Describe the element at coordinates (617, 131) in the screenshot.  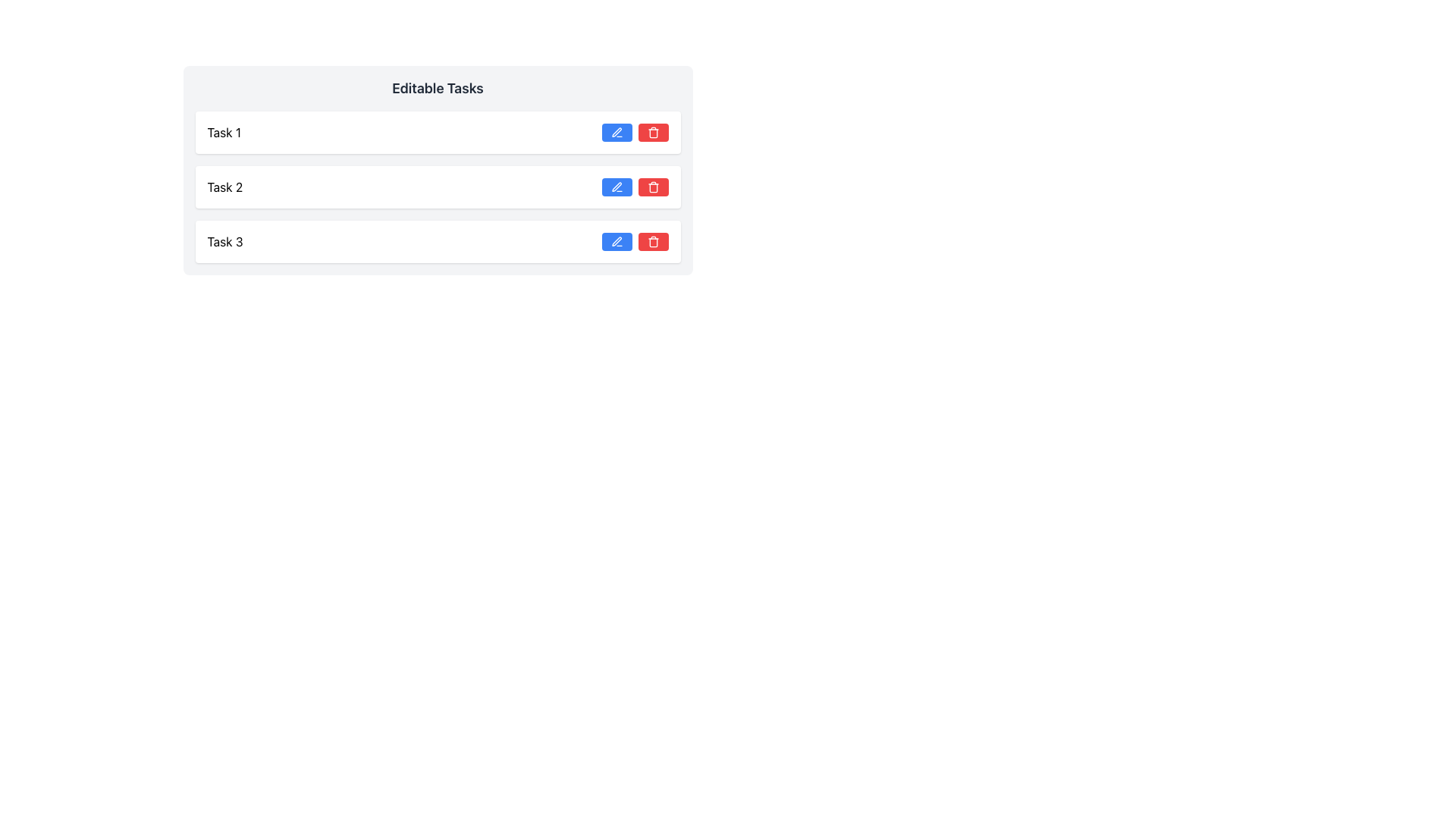
I see `the edit icon located at the top task row, positioned left of the red trash bin icon` at that location.